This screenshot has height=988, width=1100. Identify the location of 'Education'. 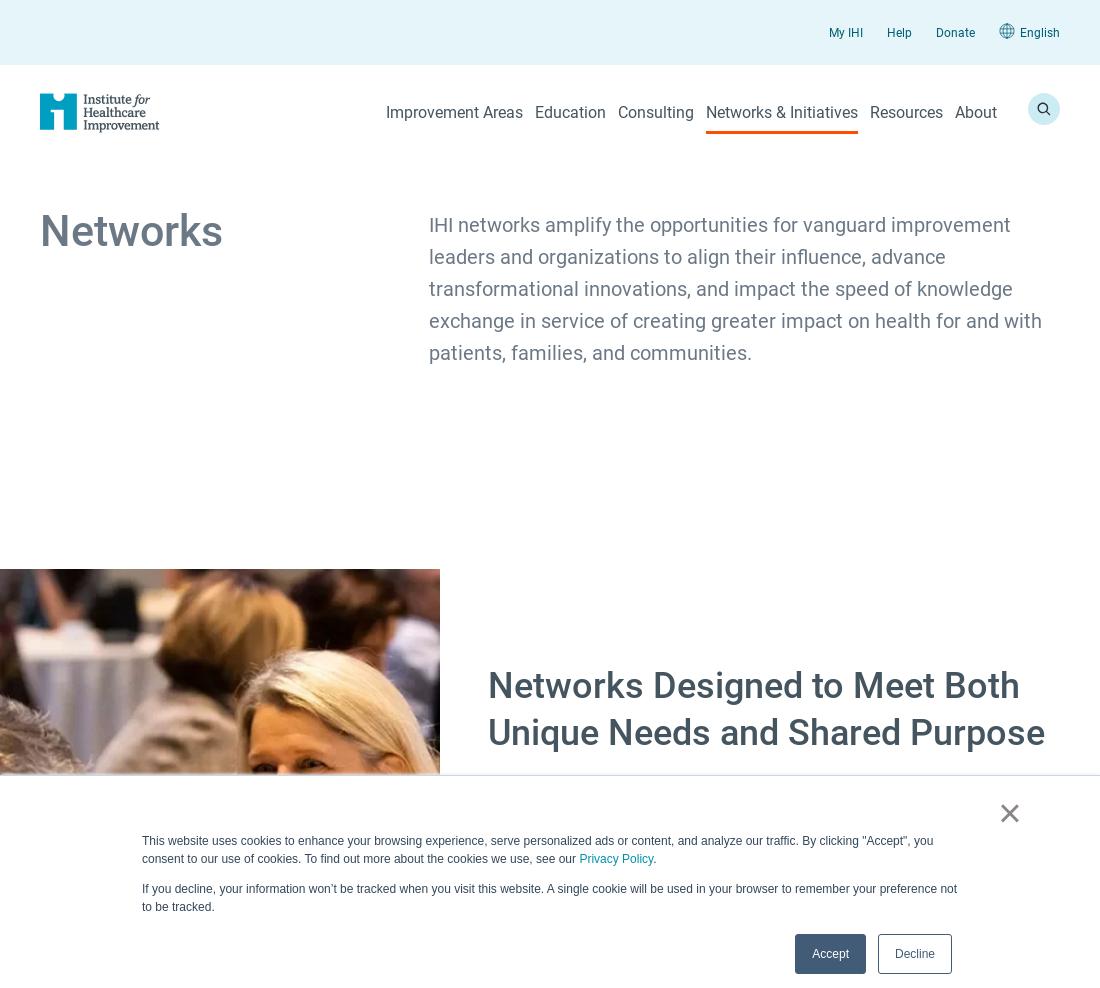
(569, 111).